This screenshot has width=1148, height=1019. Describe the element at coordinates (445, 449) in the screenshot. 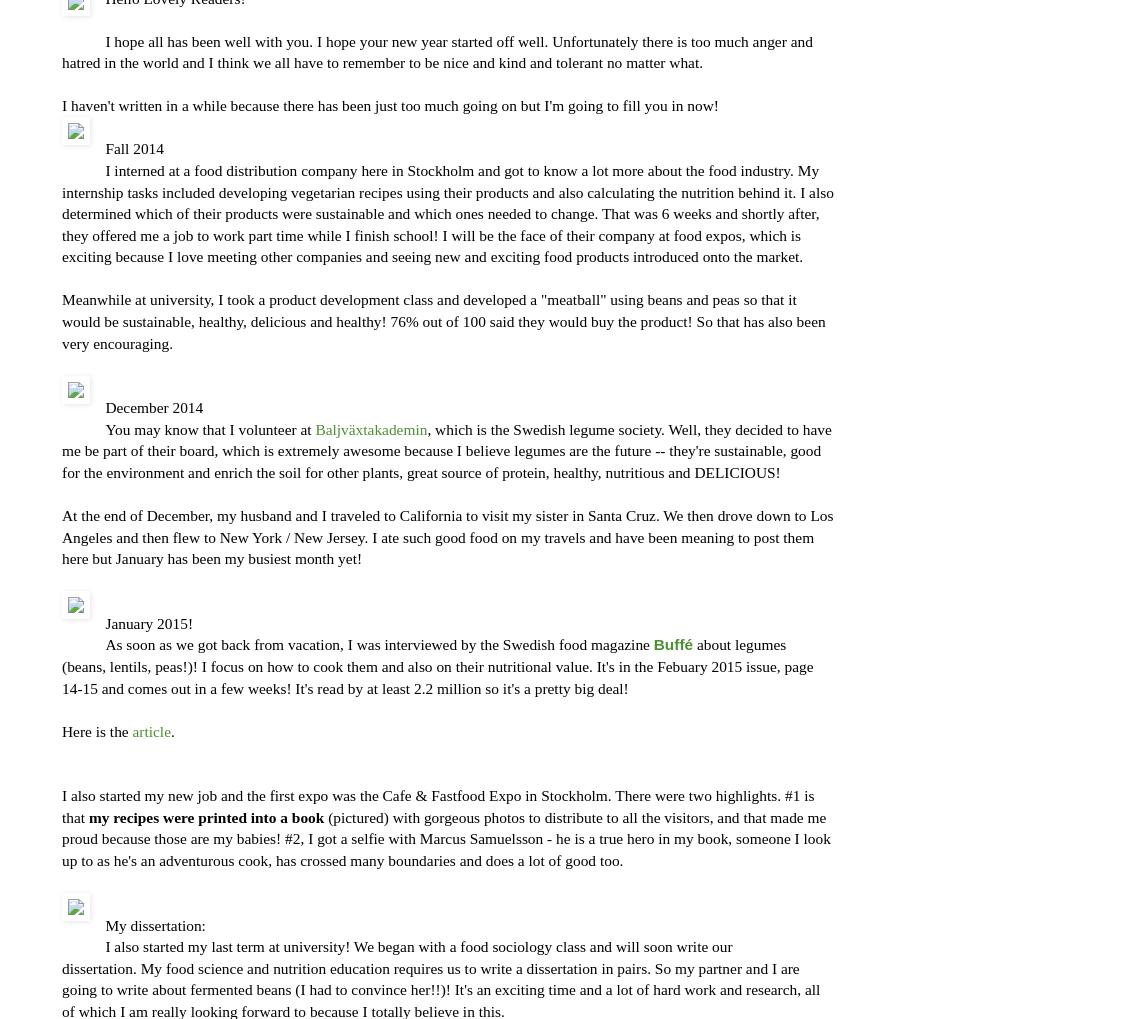

I see `', which is the Swedish legume society. Well, they decided to have me be part of their board, which is extremely awesome because I believe legumes are the future -- they're sustainable, good for the environment and enrich the soil for other plants, great source of protein, healthy, nutritious and DELICIOUS!'` at that location.